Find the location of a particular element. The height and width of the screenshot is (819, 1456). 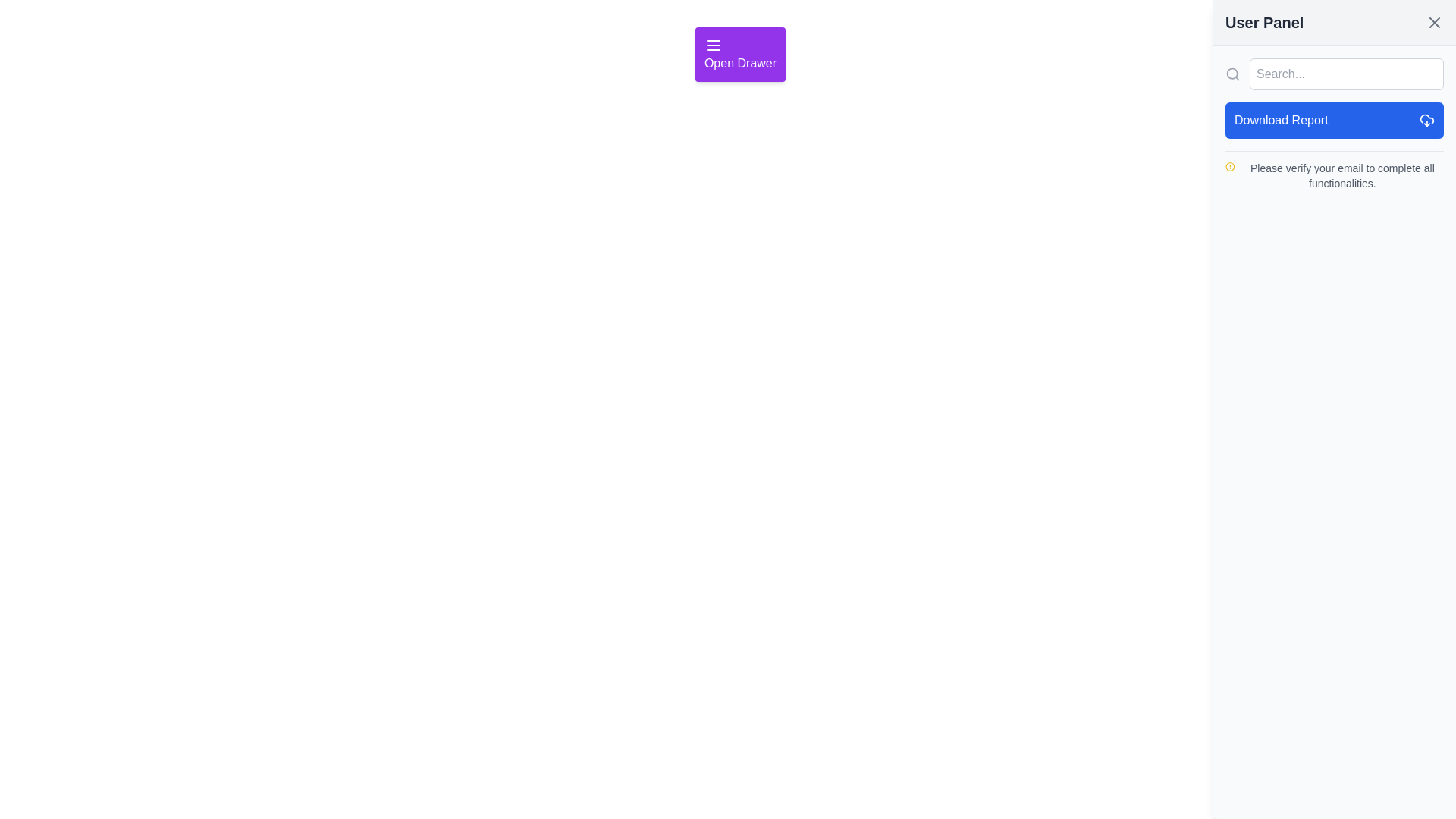

the download icon located to the right of the 'Download Report' button in the User Panel to initiate the download action is located at coordinates (1426, 119).